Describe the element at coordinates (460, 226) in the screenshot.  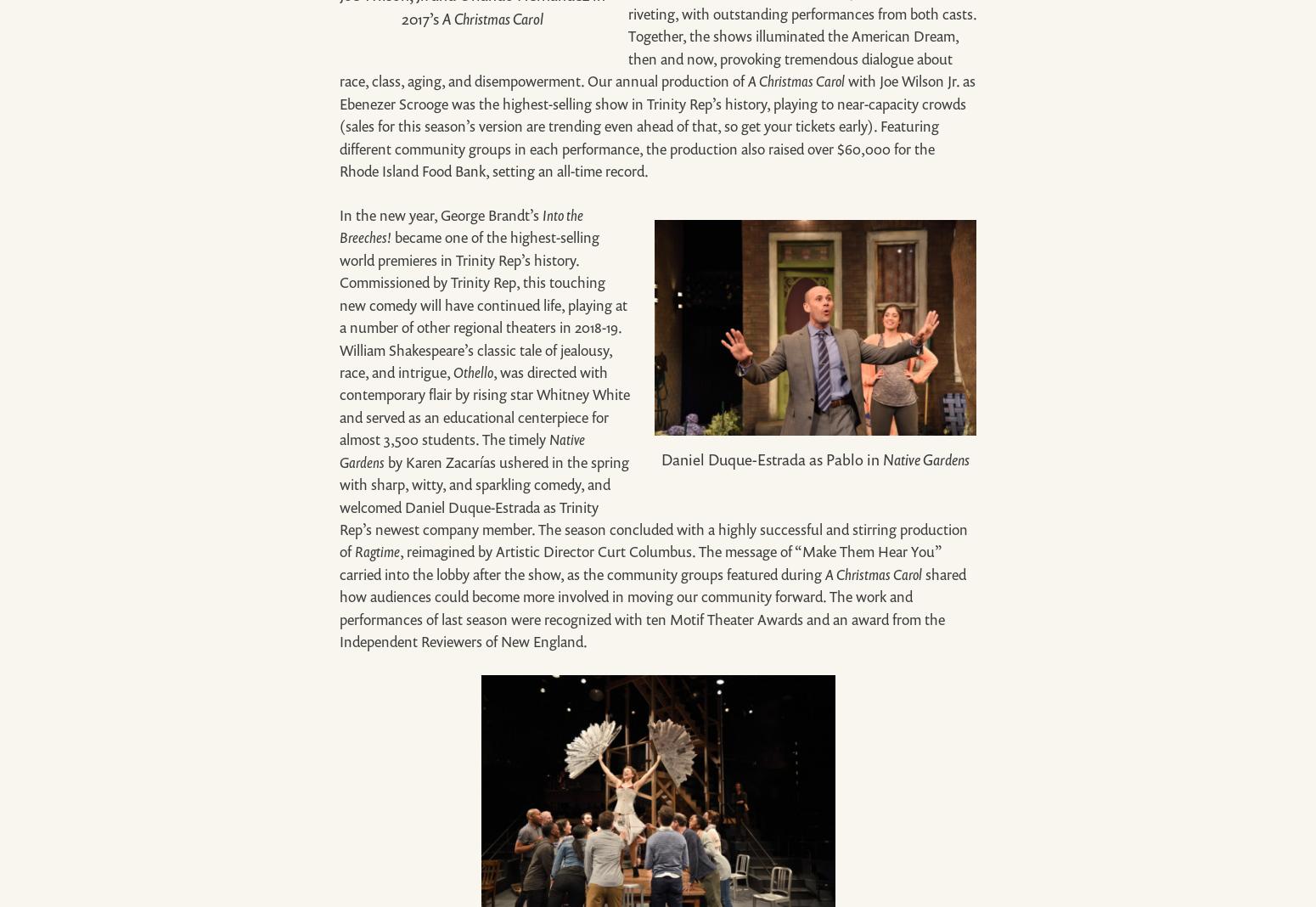
I see `'Into the Breeches!'` at that location.